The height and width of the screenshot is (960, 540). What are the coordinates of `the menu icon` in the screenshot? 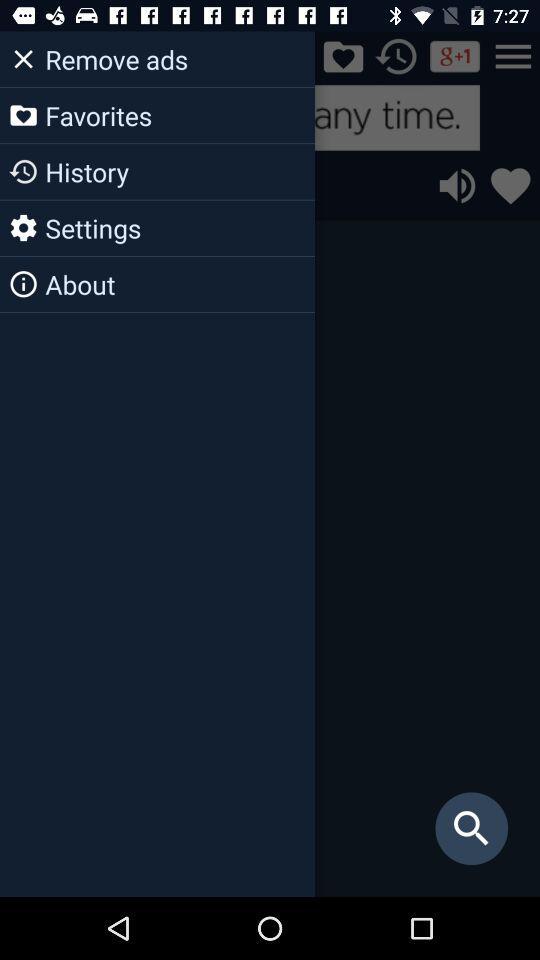 It's located at (513, 55).